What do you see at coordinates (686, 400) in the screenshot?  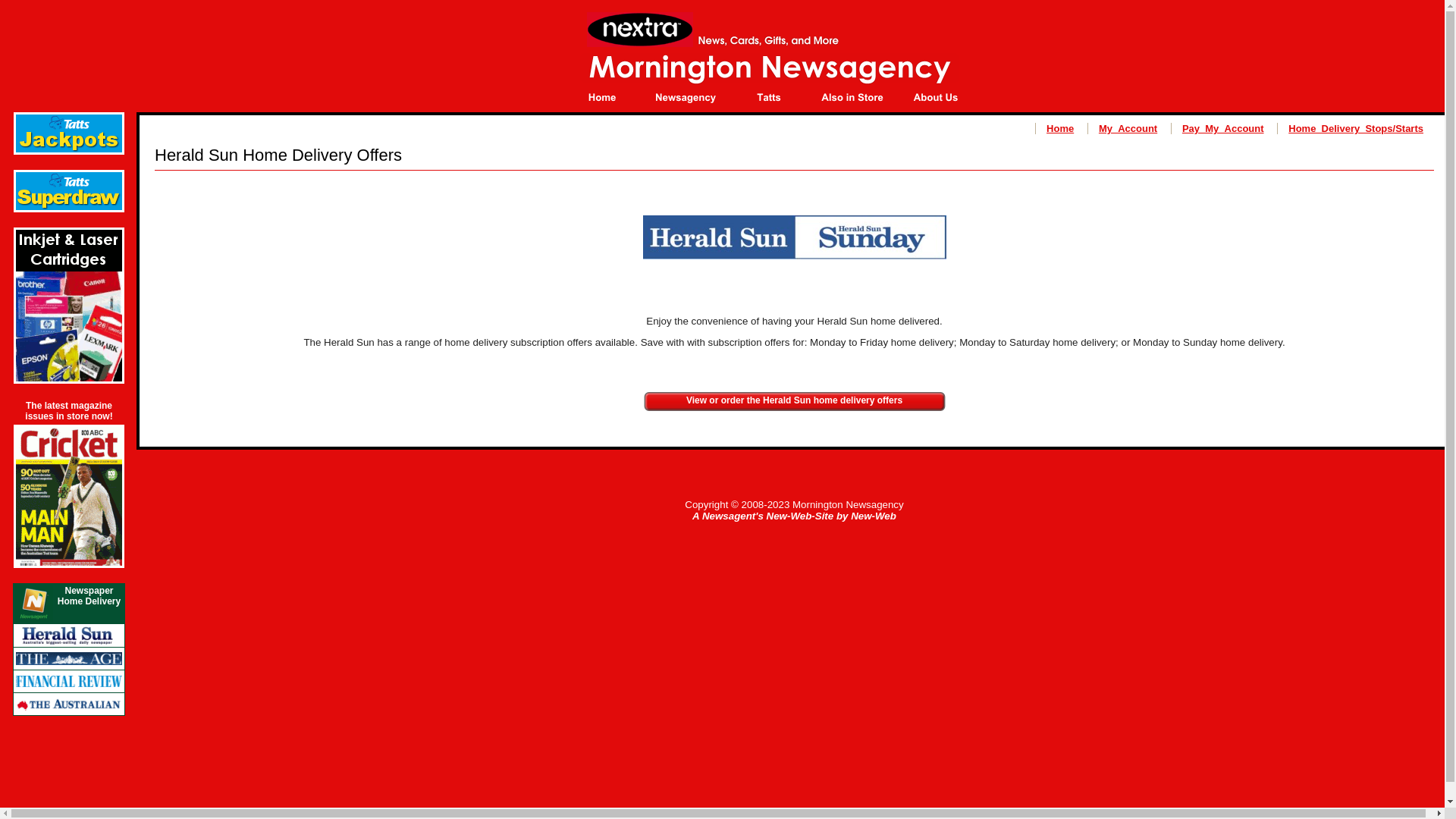 I see `'View or order the Herald Sun home delivery offers'` at bounding box center [686, 400].